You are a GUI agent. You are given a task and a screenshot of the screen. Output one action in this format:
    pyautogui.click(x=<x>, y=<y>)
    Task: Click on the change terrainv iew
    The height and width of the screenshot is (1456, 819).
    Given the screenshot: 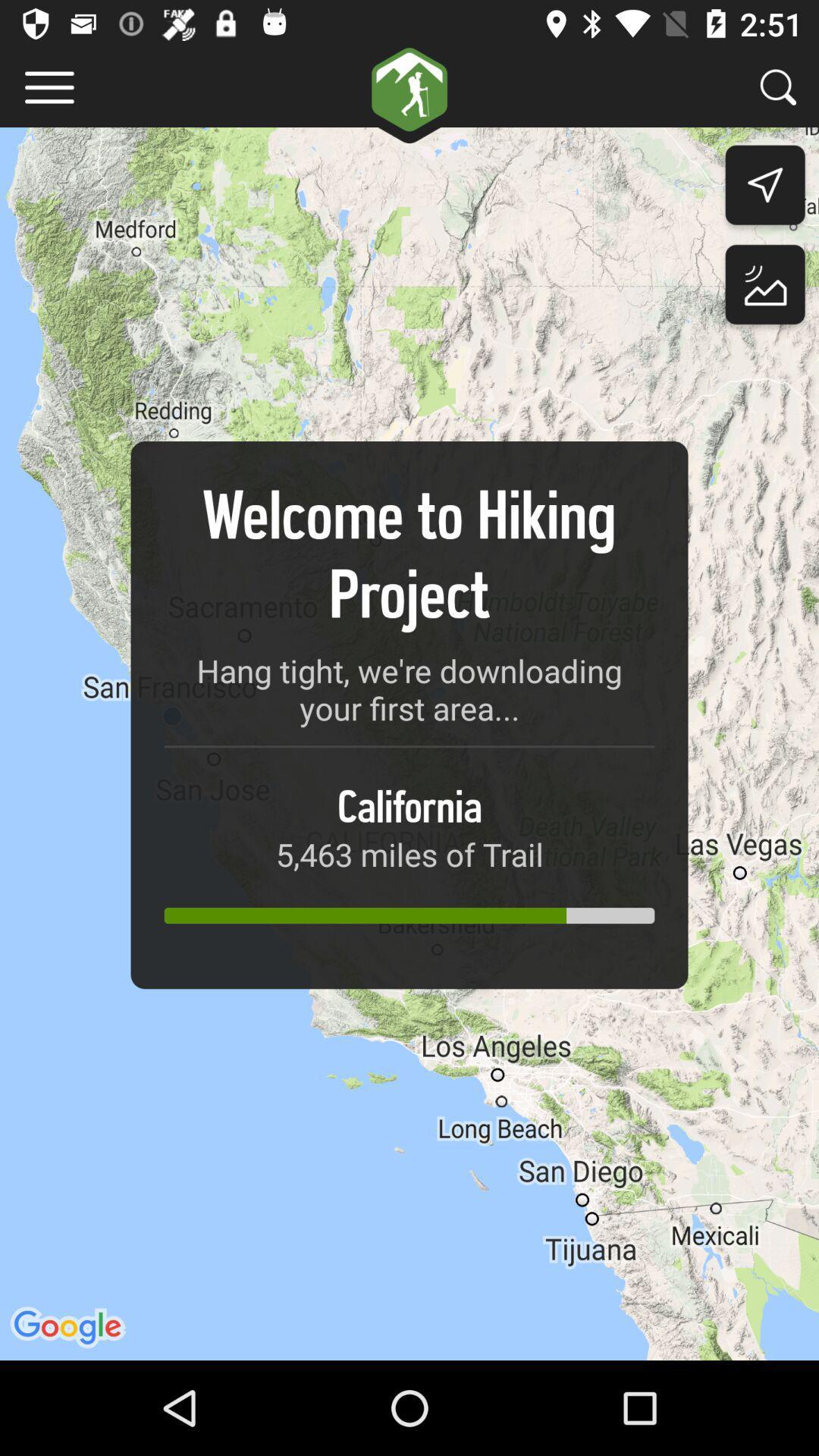 What is the action you would take?
    pyautogui.click(x=765, y=288)
    